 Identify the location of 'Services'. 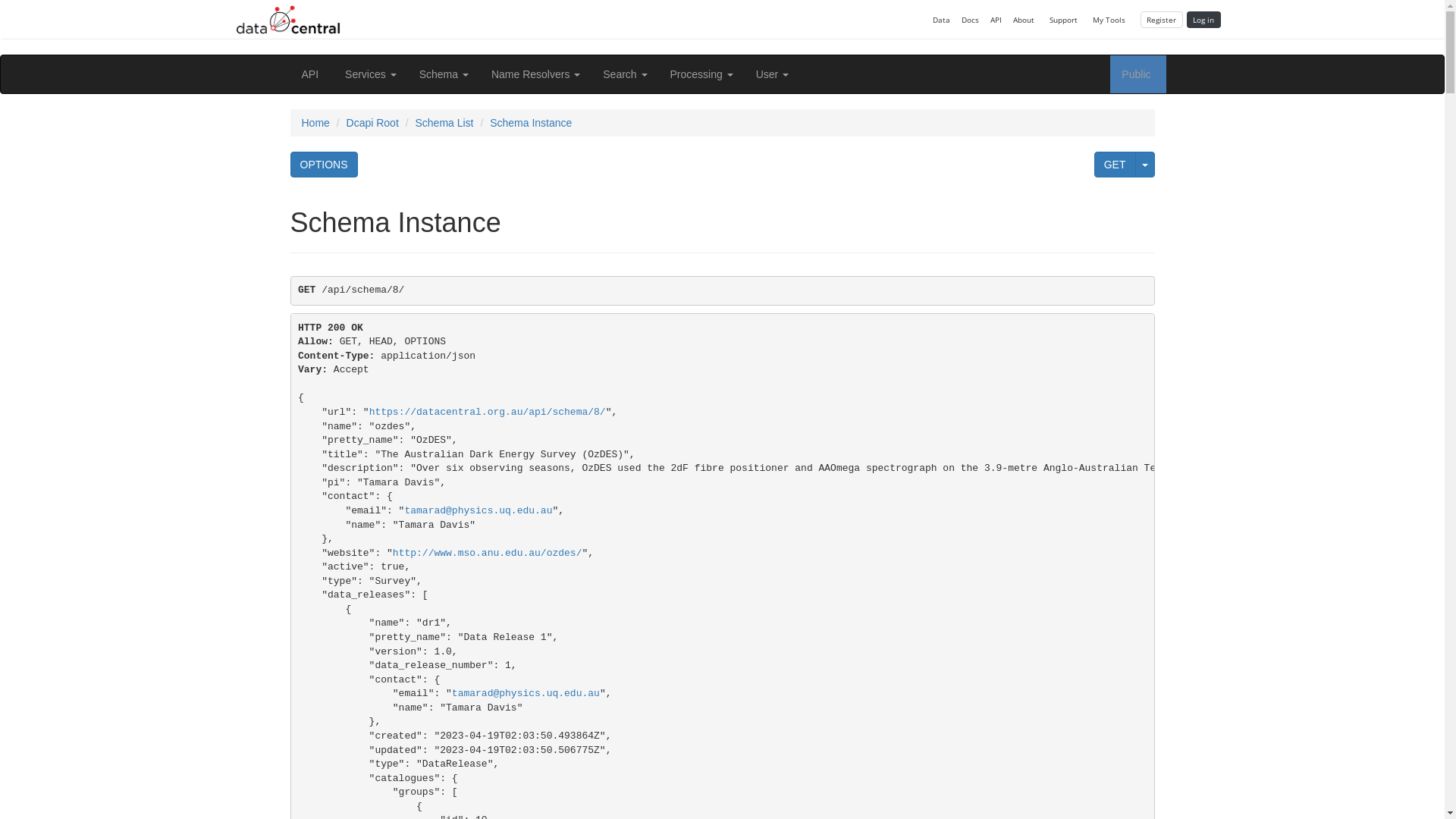
(333, 74).